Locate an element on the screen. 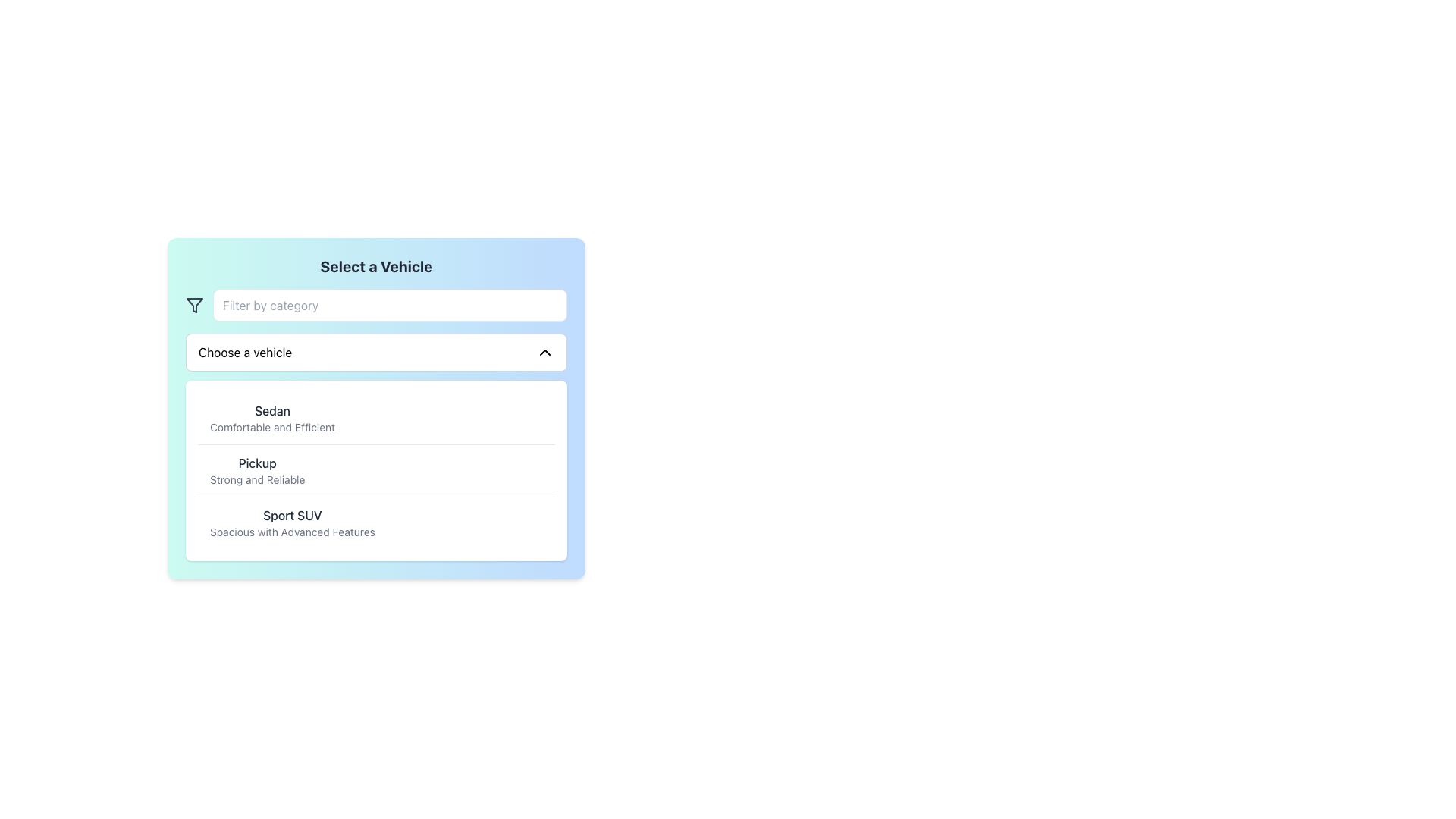 Image resolution: width=1456 pixels, height=819 pixels. the funnel SVG icon located to the left of the 'Filter by category' text input is located at coordinates (194, 305).